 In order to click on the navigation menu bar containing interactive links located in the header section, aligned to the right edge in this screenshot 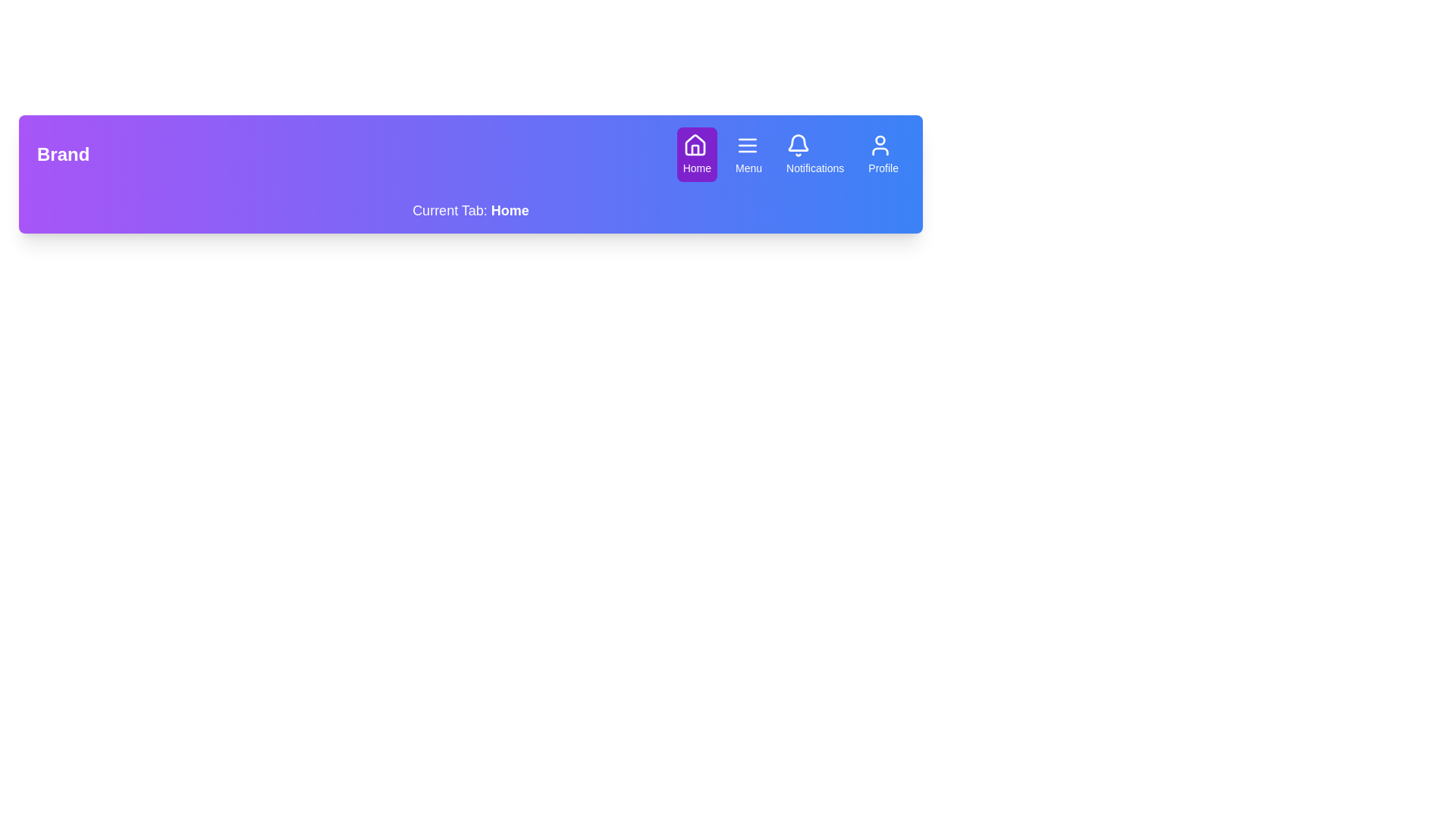, I will do `click(789, 155)`.